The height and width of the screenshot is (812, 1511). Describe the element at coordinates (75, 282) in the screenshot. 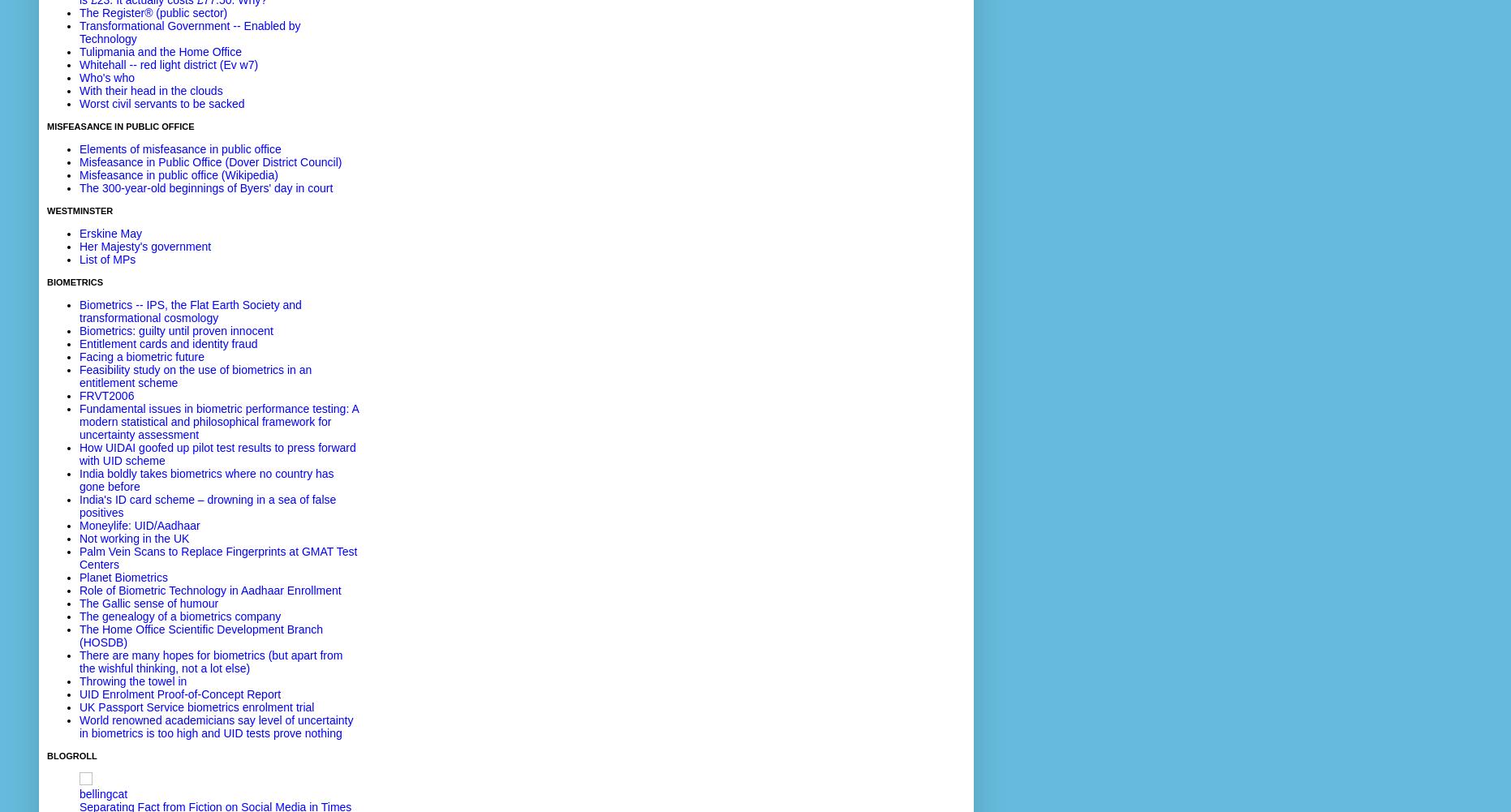

I see `'Biometrics'` at that location.